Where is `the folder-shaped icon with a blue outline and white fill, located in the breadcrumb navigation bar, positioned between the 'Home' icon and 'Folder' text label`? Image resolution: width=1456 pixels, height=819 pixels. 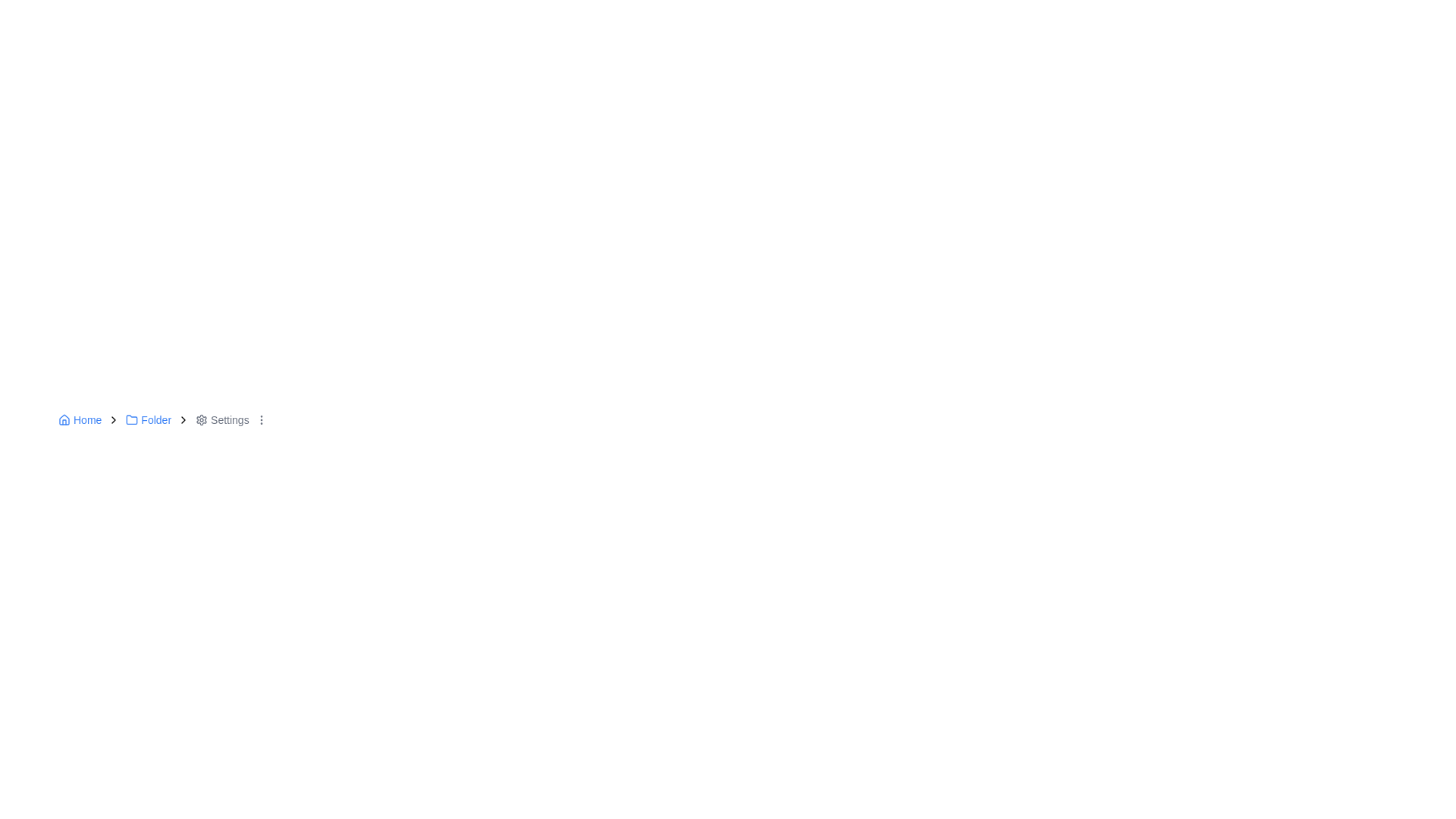
the folder-shaped icon with a blue outline and white fill, located in the breadcrumb navigation bar, positioned between the 'Home' icon and 'Folder' text label is located at coordinates (132, 420).